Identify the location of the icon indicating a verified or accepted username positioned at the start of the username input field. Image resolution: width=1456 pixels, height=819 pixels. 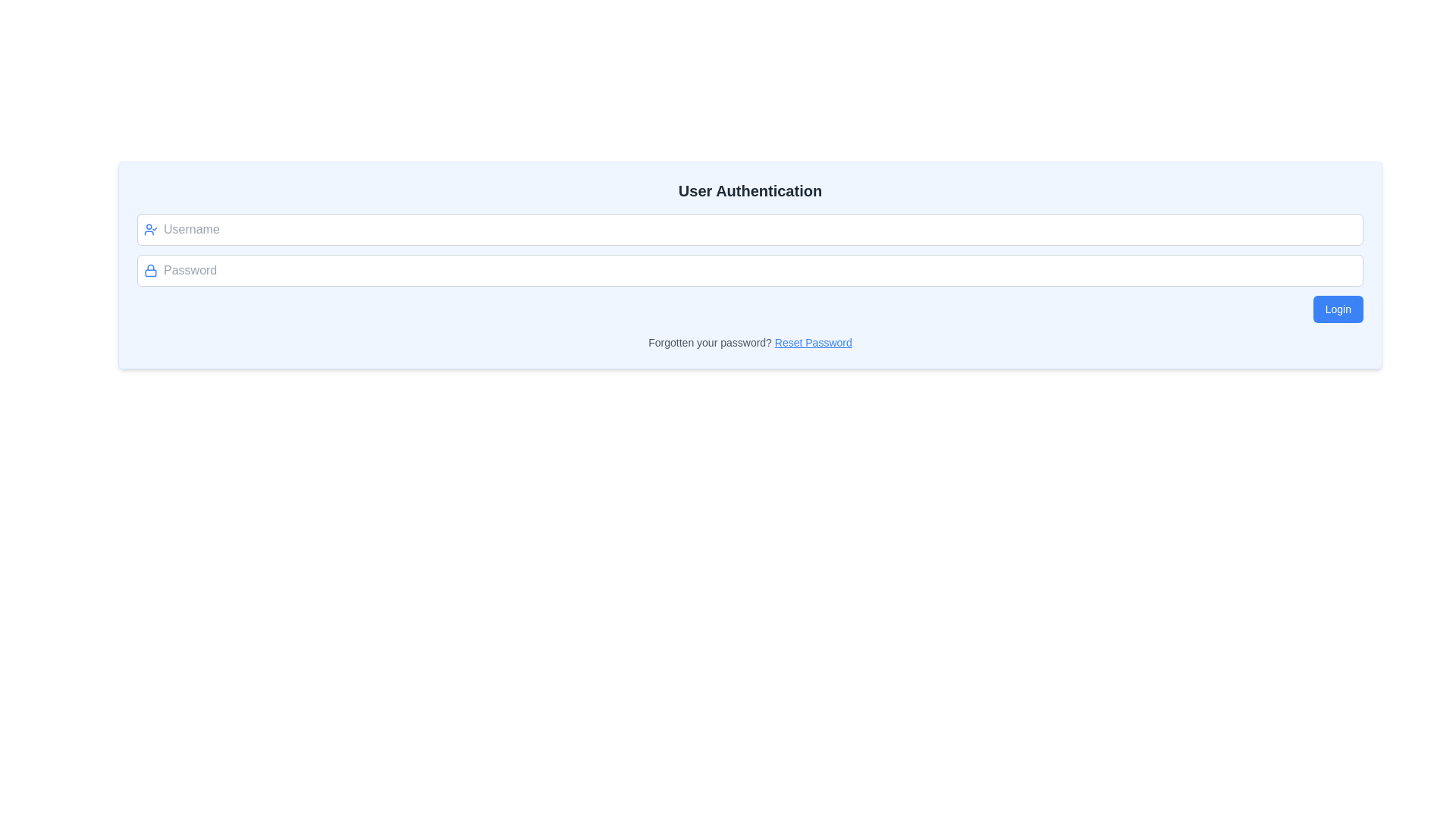
(150, 230).